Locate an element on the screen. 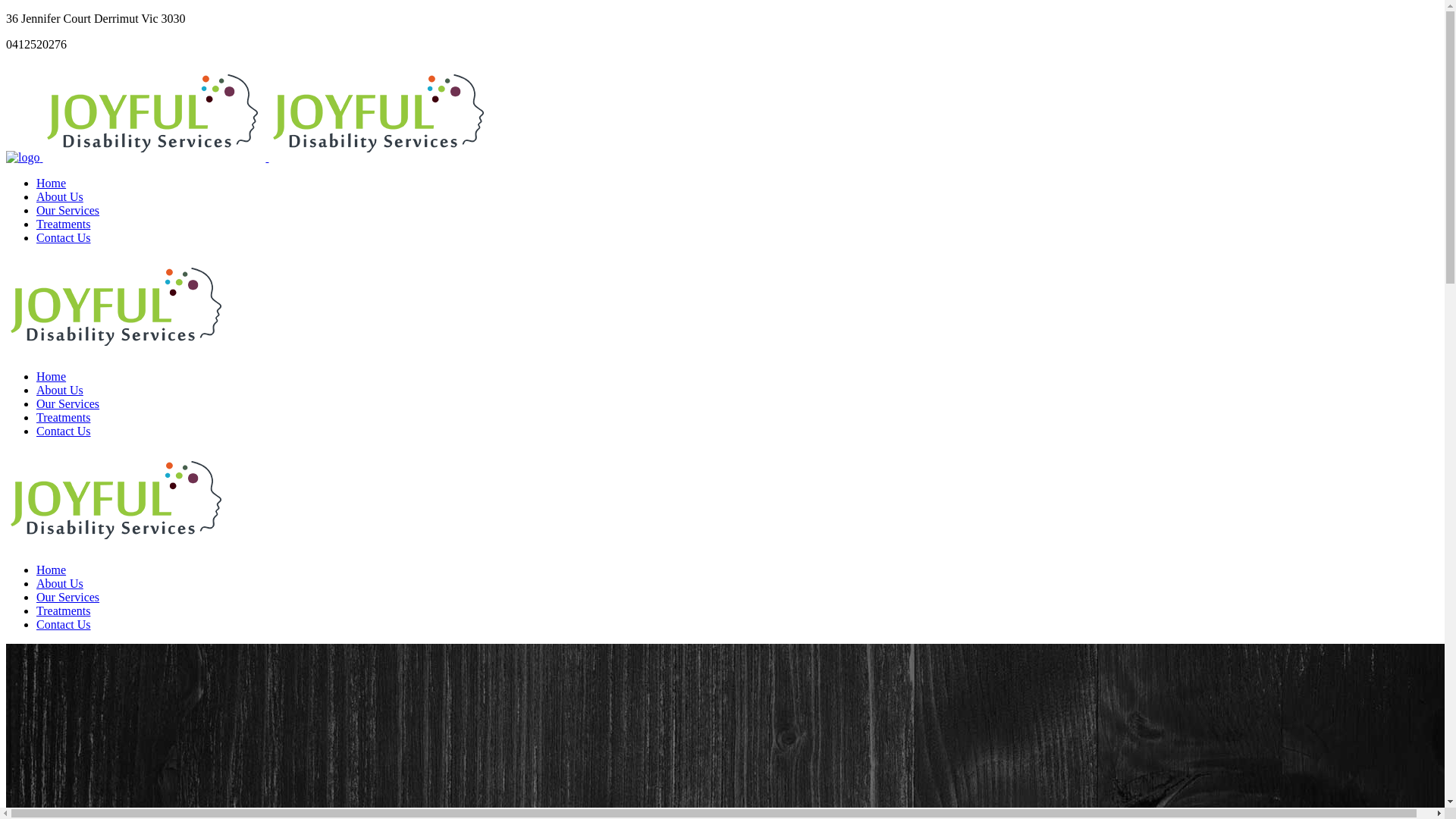  'Contact Us' is located at coordinates (62, 237).